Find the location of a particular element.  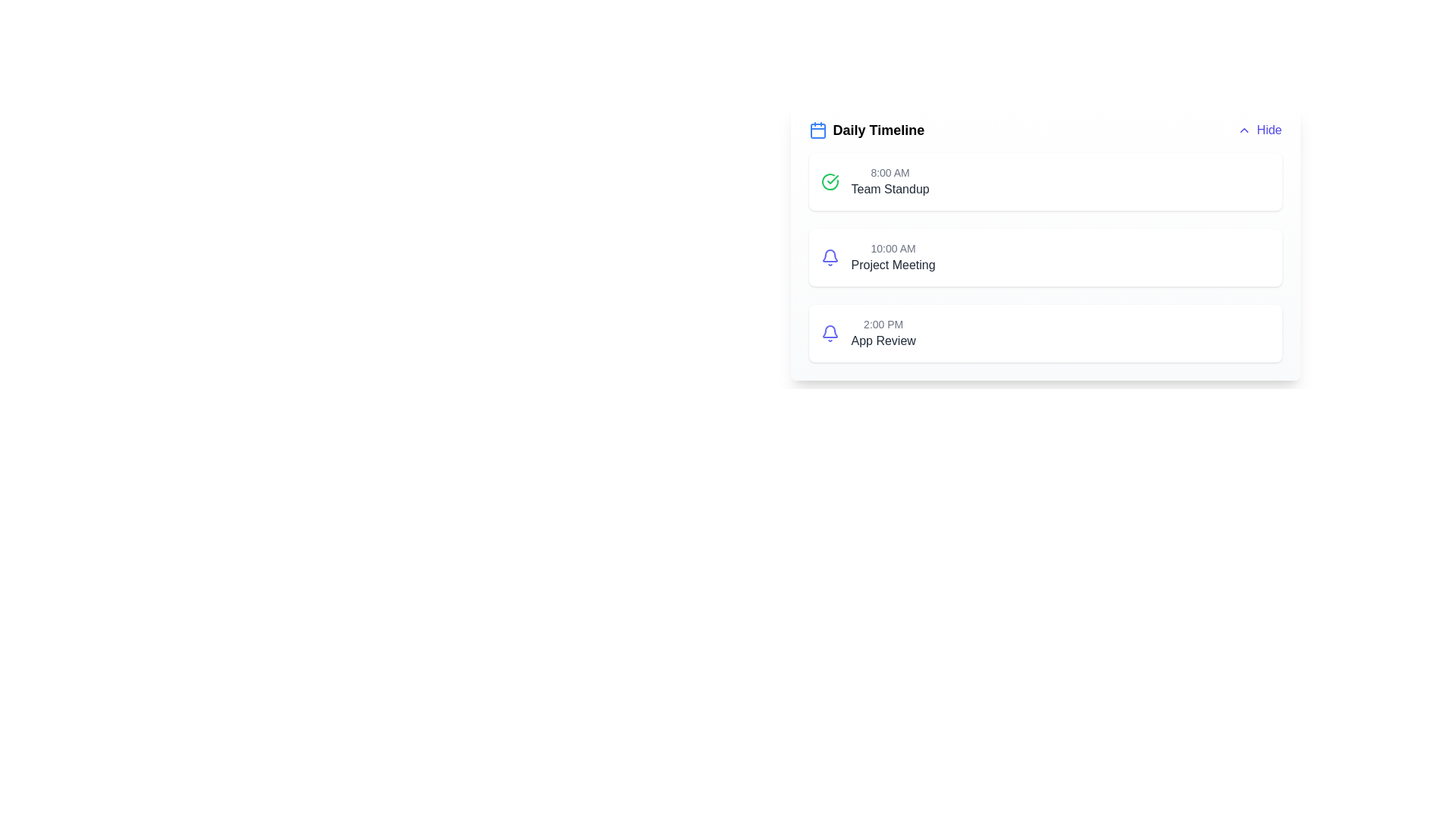

the outlined bell icon styled in a soft indigo shade located to the left of the '2:00 PM App Review' card in the 'Daily Timeline' list is located at coordinates (829, 332).